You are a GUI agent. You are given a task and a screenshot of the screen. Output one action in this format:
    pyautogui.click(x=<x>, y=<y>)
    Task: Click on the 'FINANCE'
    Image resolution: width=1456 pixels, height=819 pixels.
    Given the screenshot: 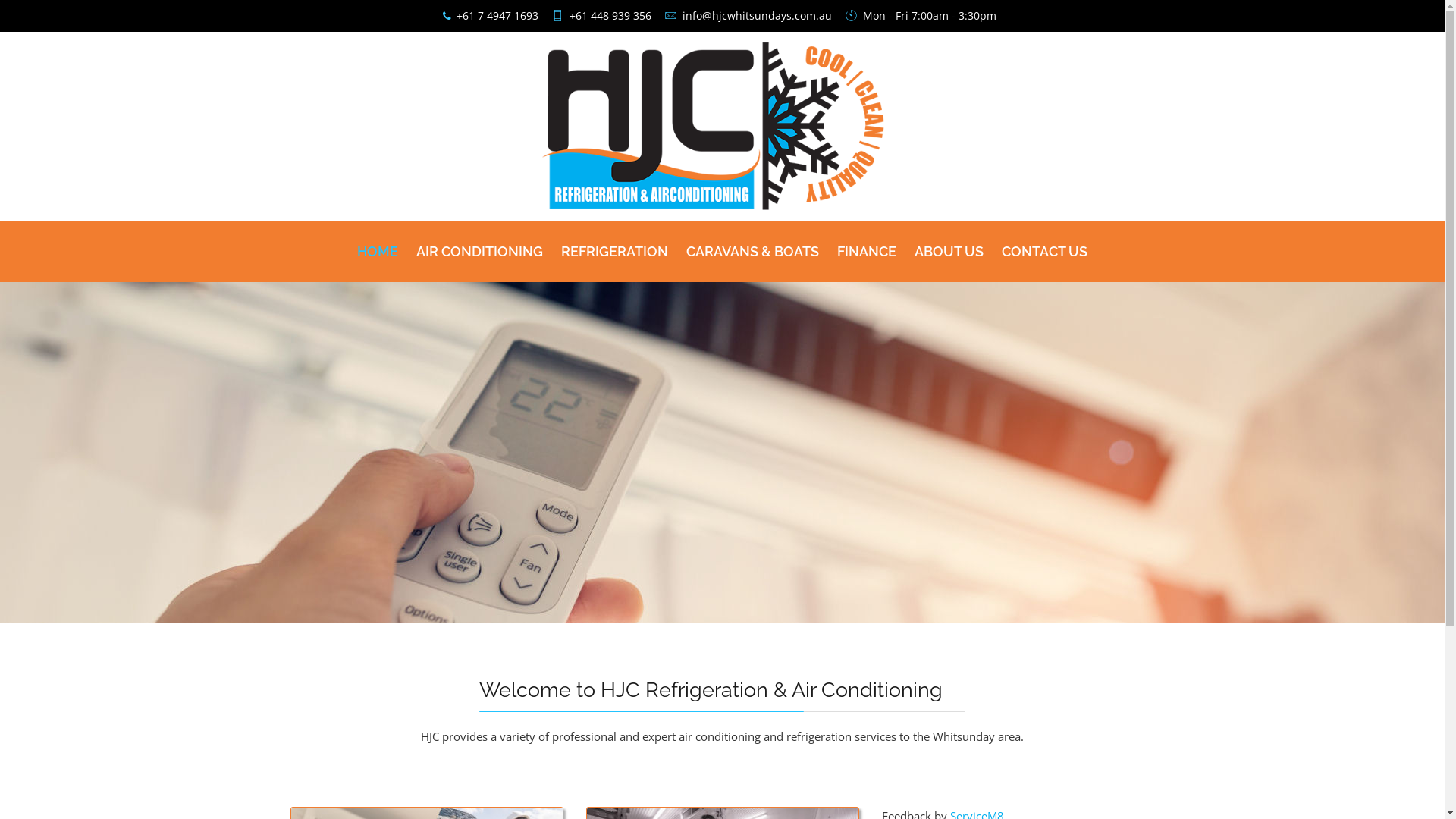 What is the action you would take?
    pyautogui.click(x=866, y=278)
    